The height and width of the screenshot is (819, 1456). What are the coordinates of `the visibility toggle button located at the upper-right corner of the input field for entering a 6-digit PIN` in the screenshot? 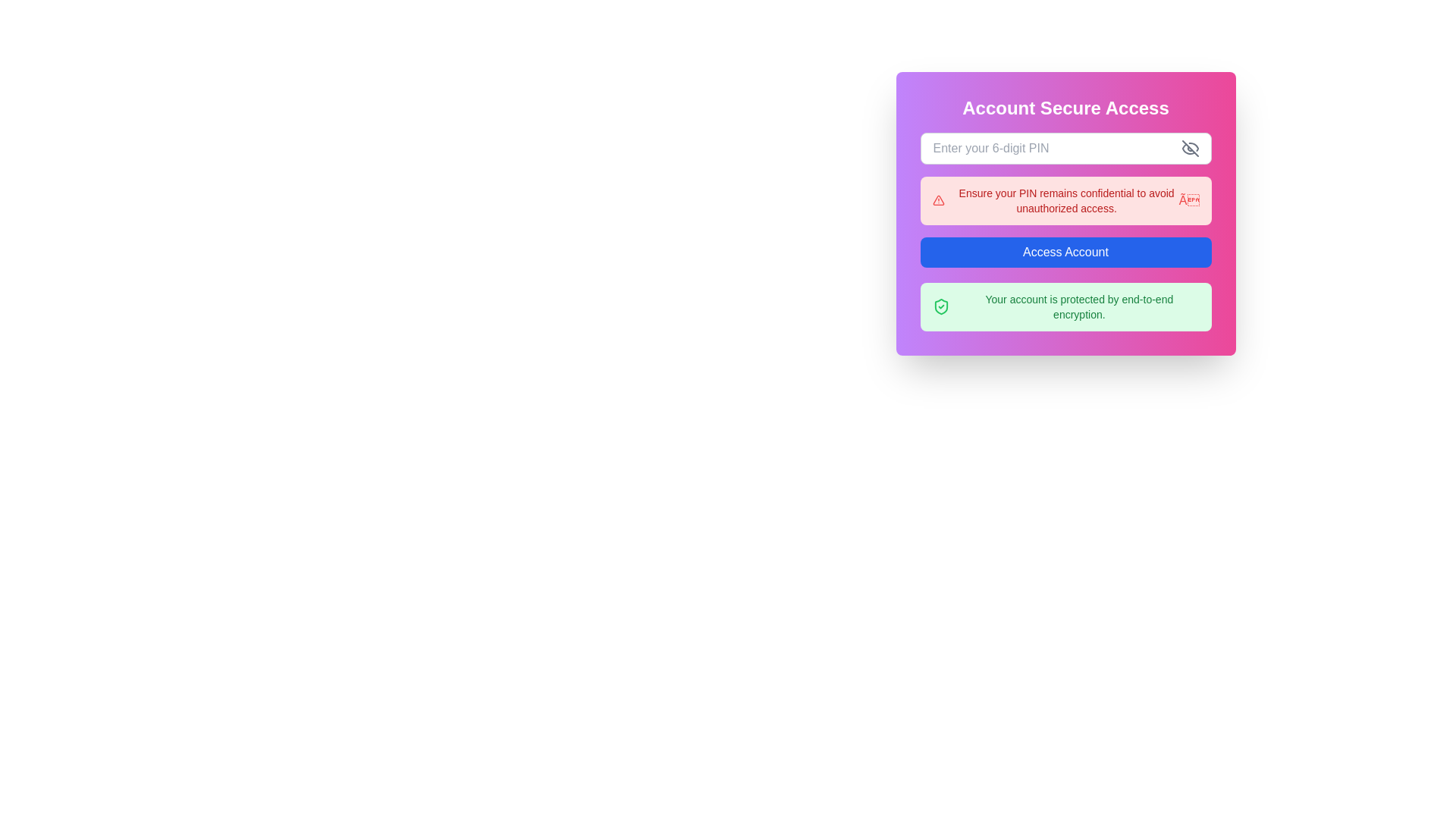 It's located at (1189, 149).